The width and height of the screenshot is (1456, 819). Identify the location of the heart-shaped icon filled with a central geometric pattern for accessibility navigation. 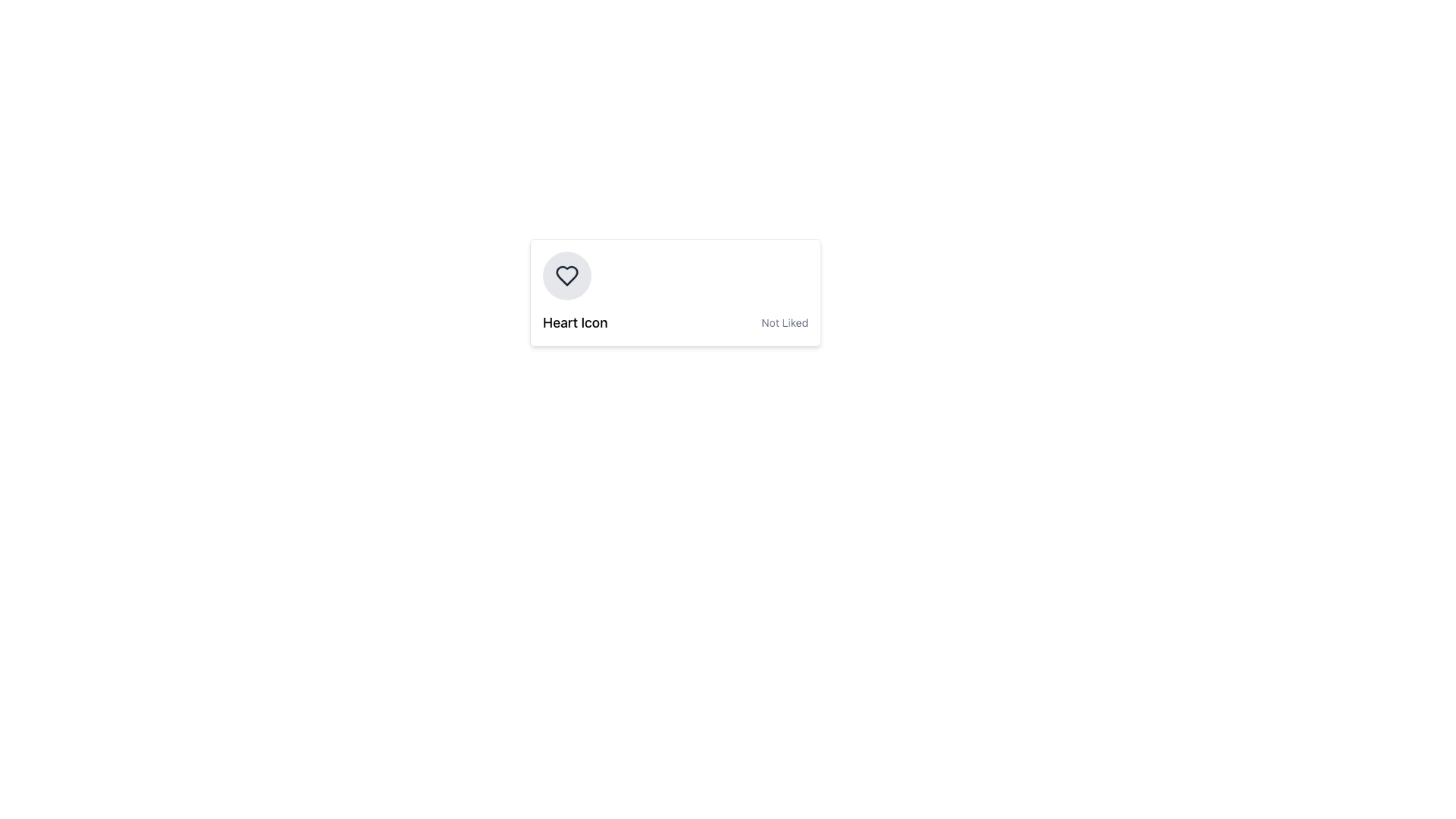
(566, 275).